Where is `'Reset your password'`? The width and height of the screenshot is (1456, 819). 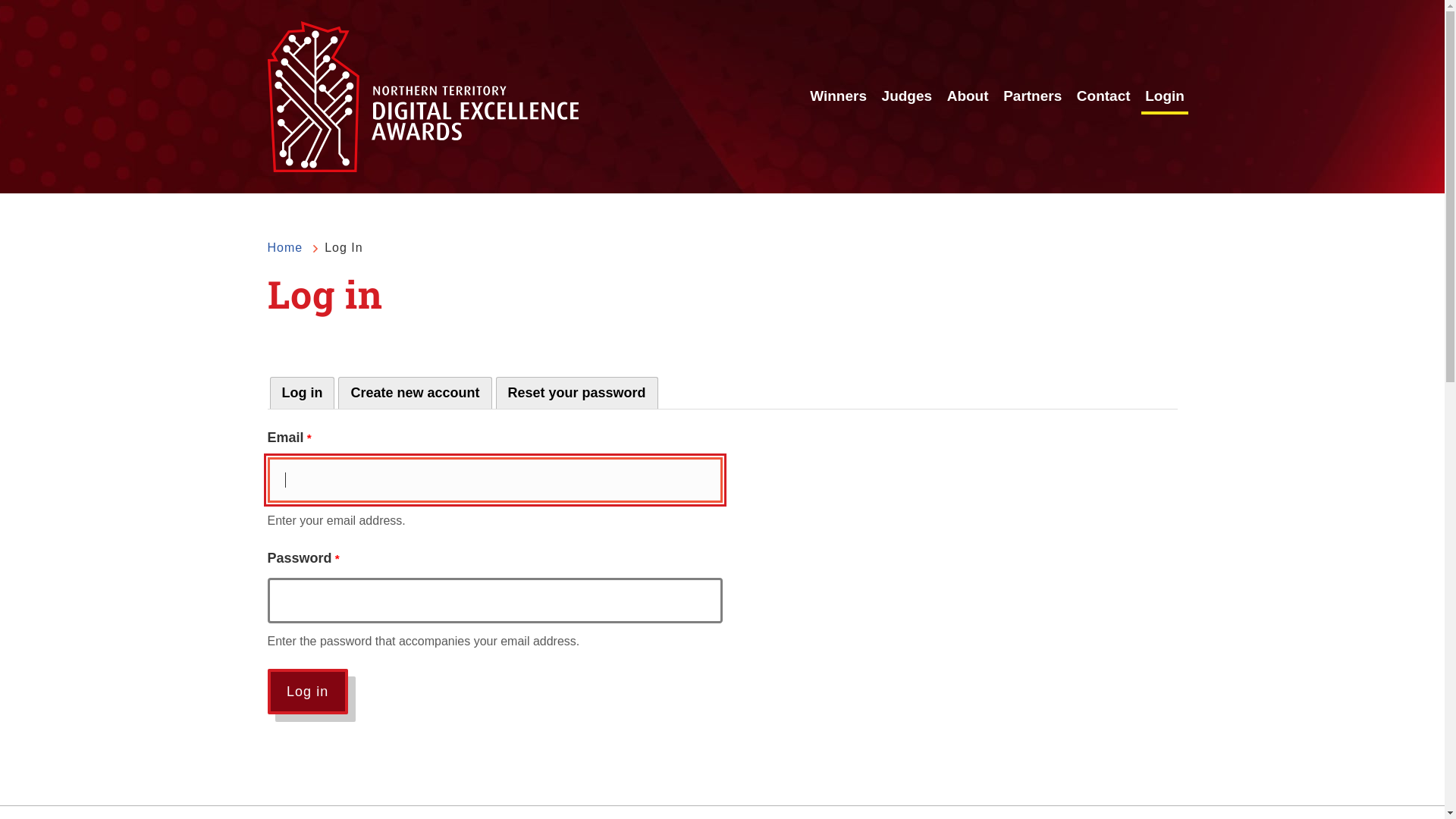
'Reset your password' is located at coordinates (576, 391).